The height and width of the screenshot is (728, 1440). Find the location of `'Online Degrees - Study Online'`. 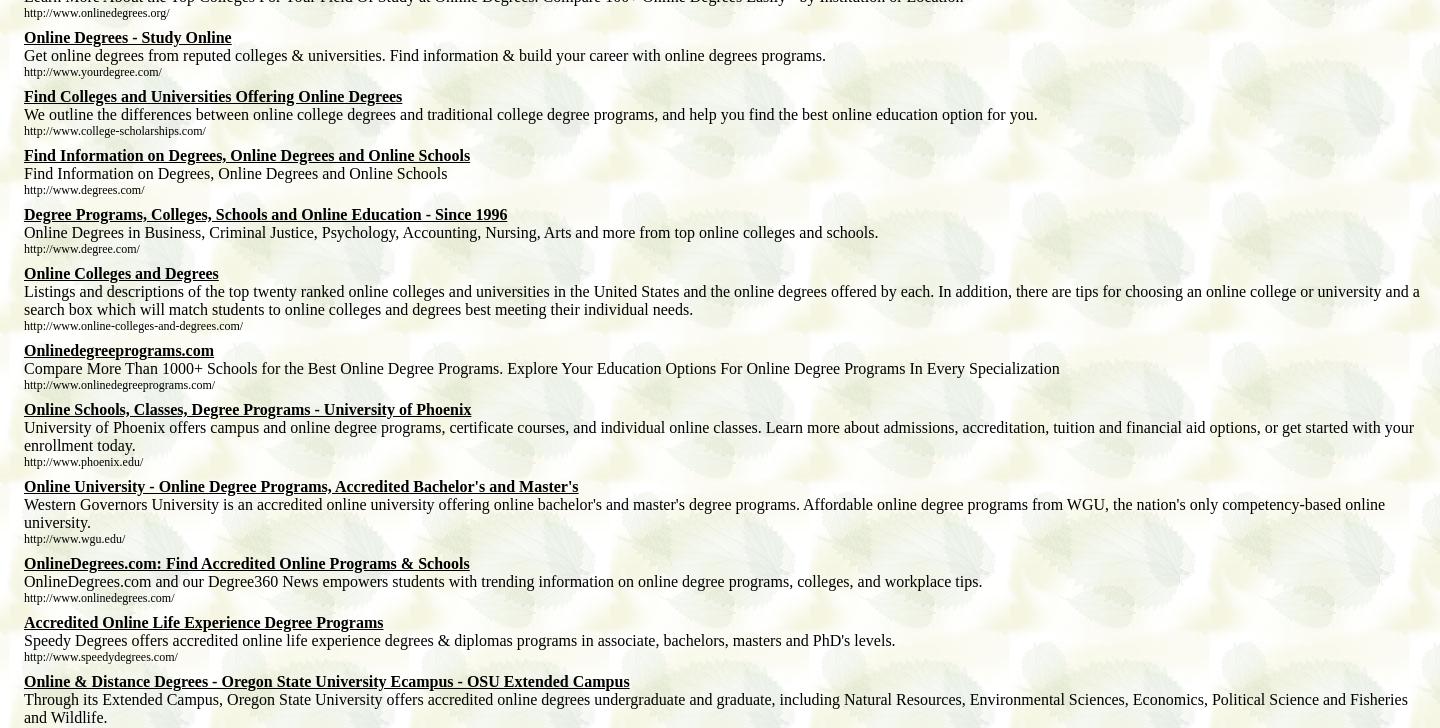

'Online Degrees - Study Online' is located at coordinates (126, 37).